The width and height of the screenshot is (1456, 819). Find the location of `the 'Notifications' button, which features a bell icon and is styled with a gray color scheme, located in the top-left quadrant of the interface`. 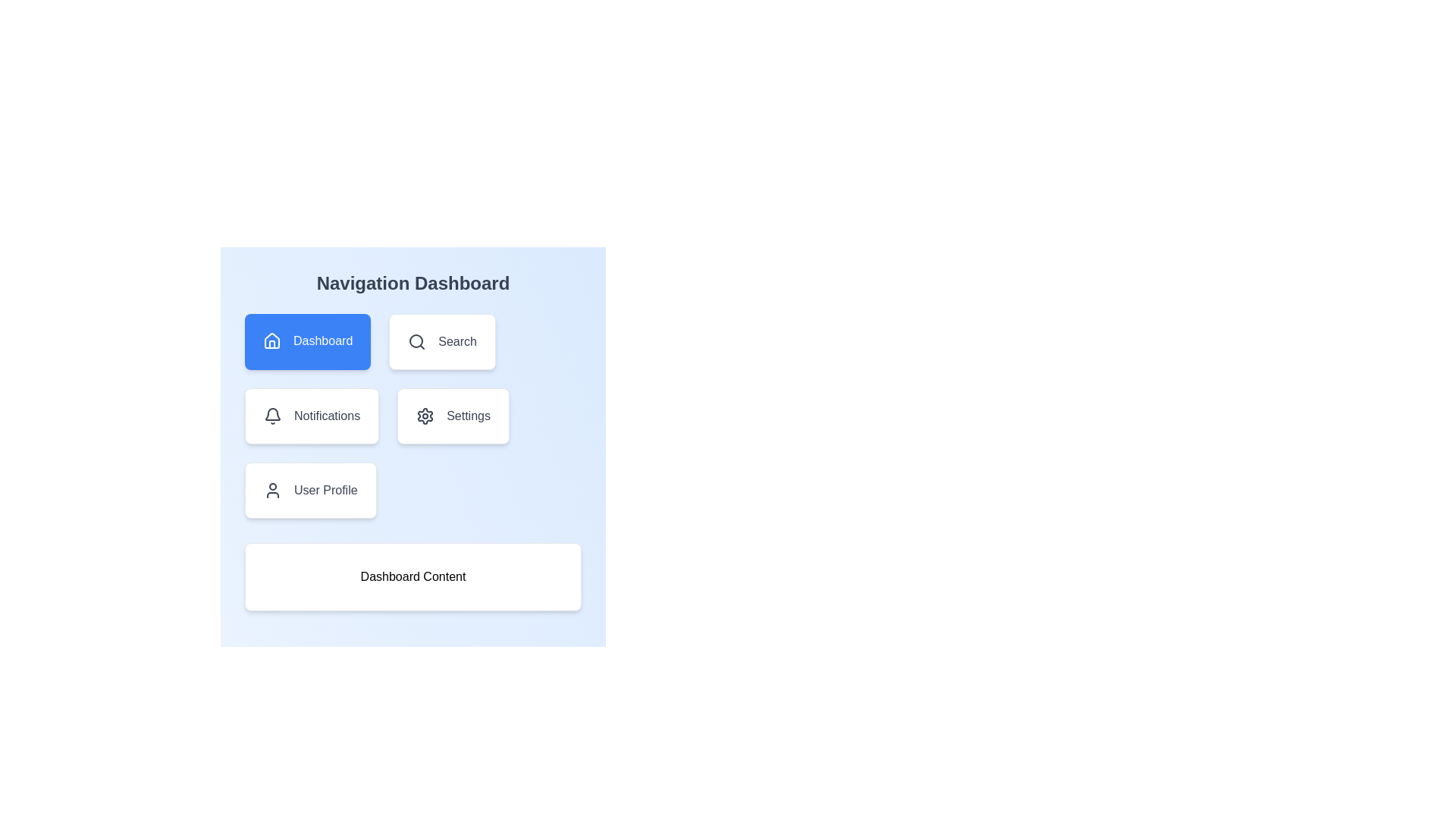

the 'Notifications' button, which features a bell icon and is styled with a gray color scheme, located in the top-left quadrant of the interface is located at coordinates (311, 416).